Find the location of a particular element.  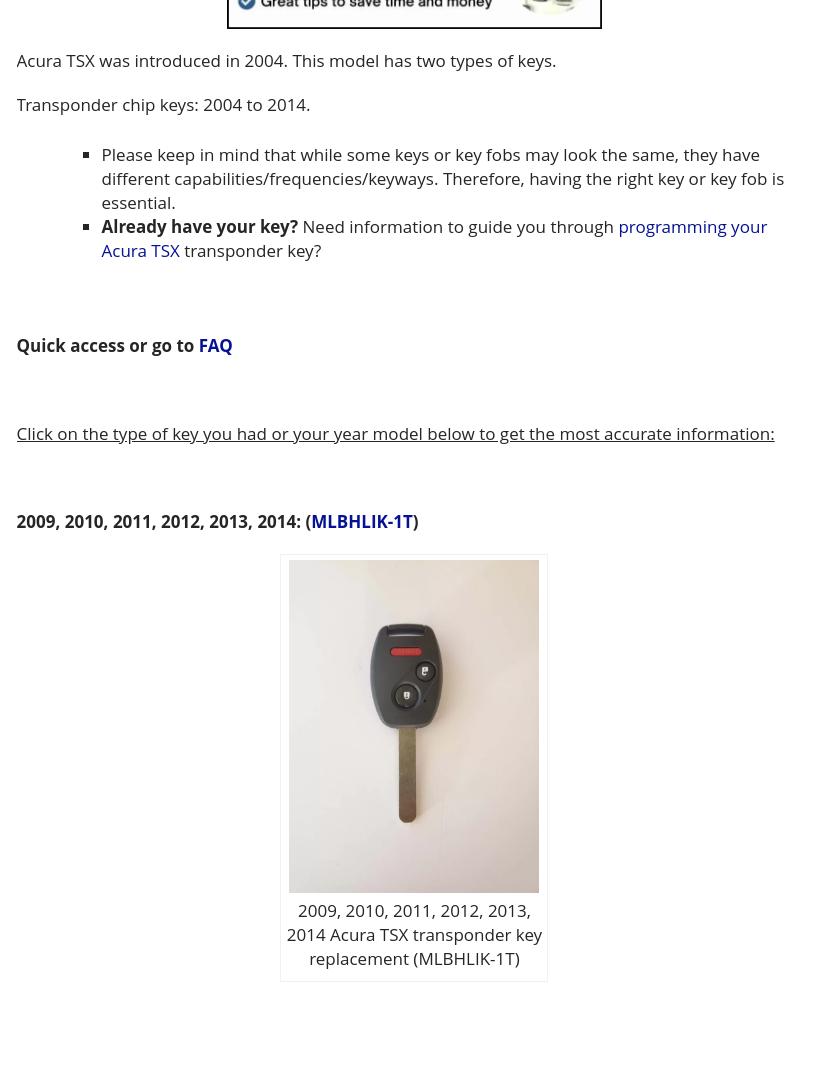

'Transponder chip keys: 2004 to 2014.' is located at coordinates (162, 104).